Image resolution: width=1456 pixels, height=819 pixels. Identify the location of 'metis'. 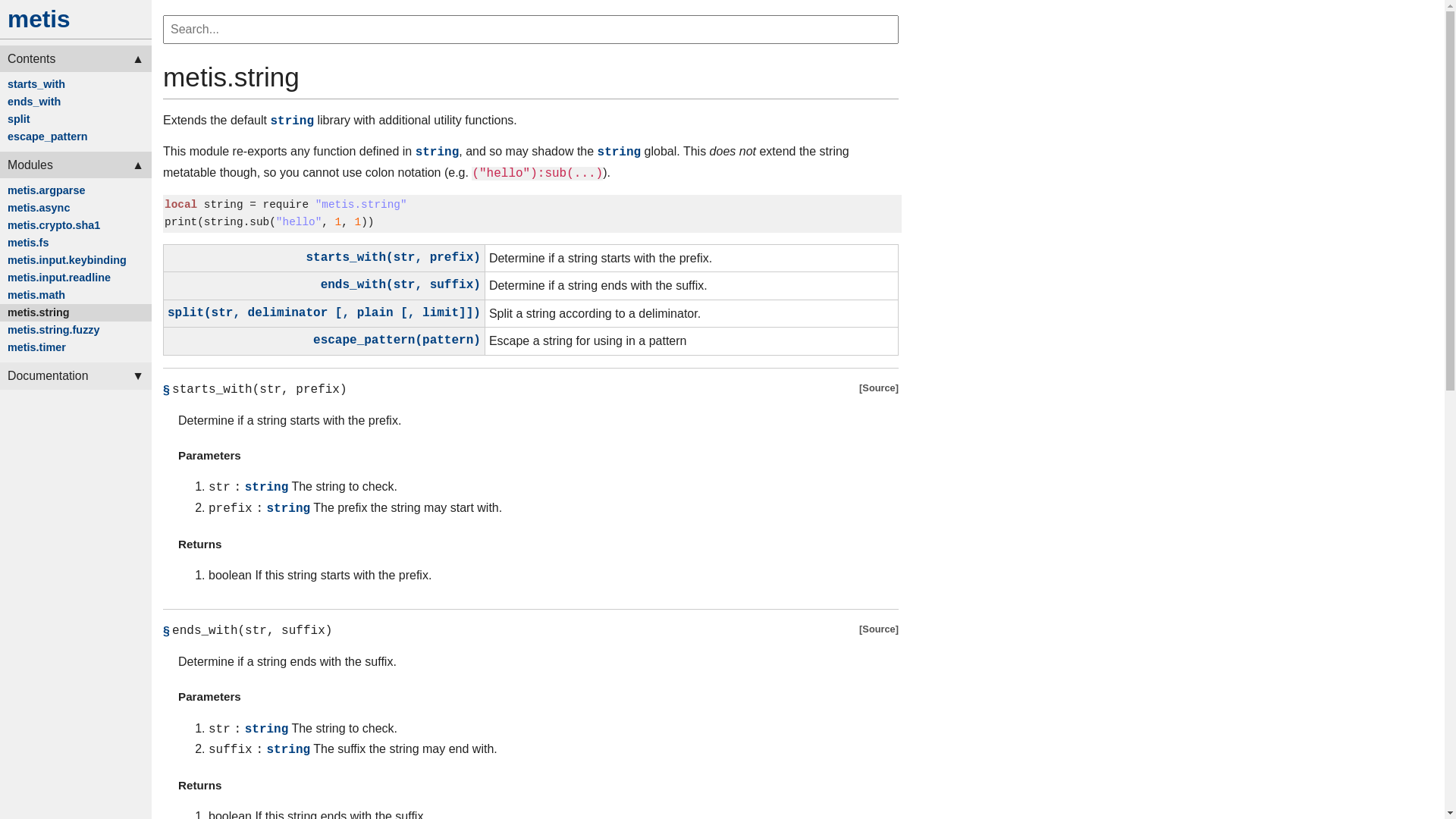
(7, 18).